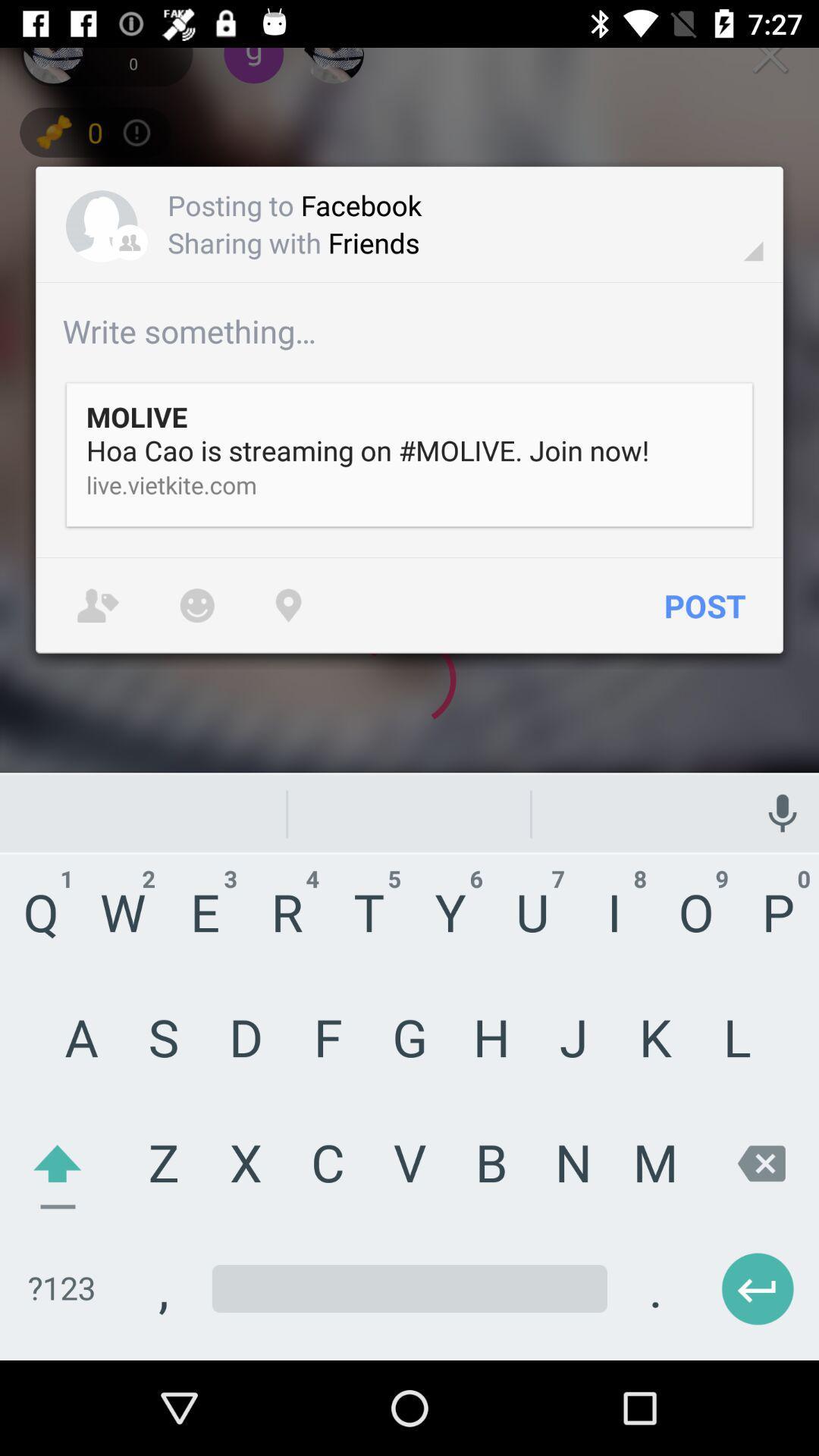 The height and width of the screenshot is (1456, 819). I want to click on the close icon, so click(770, 55).